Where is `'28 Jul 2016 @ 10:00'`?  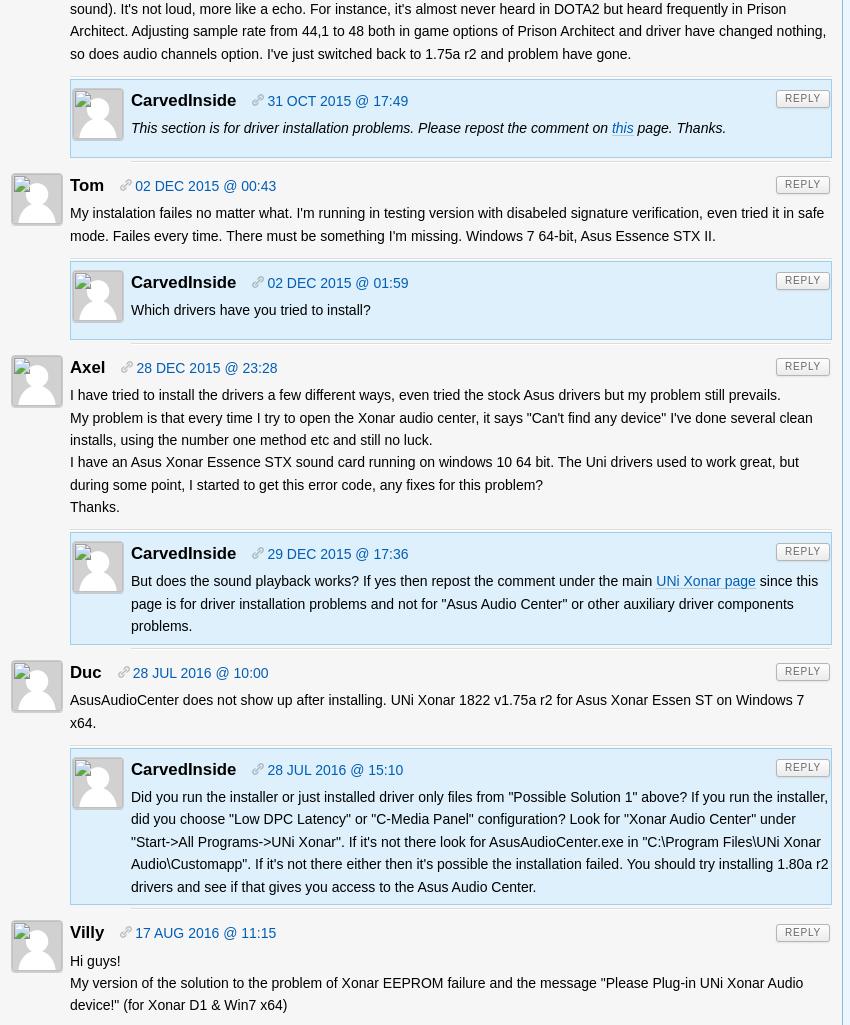
'28 Jul 2016 @ 10:00' is located at coordinates (199, 673).